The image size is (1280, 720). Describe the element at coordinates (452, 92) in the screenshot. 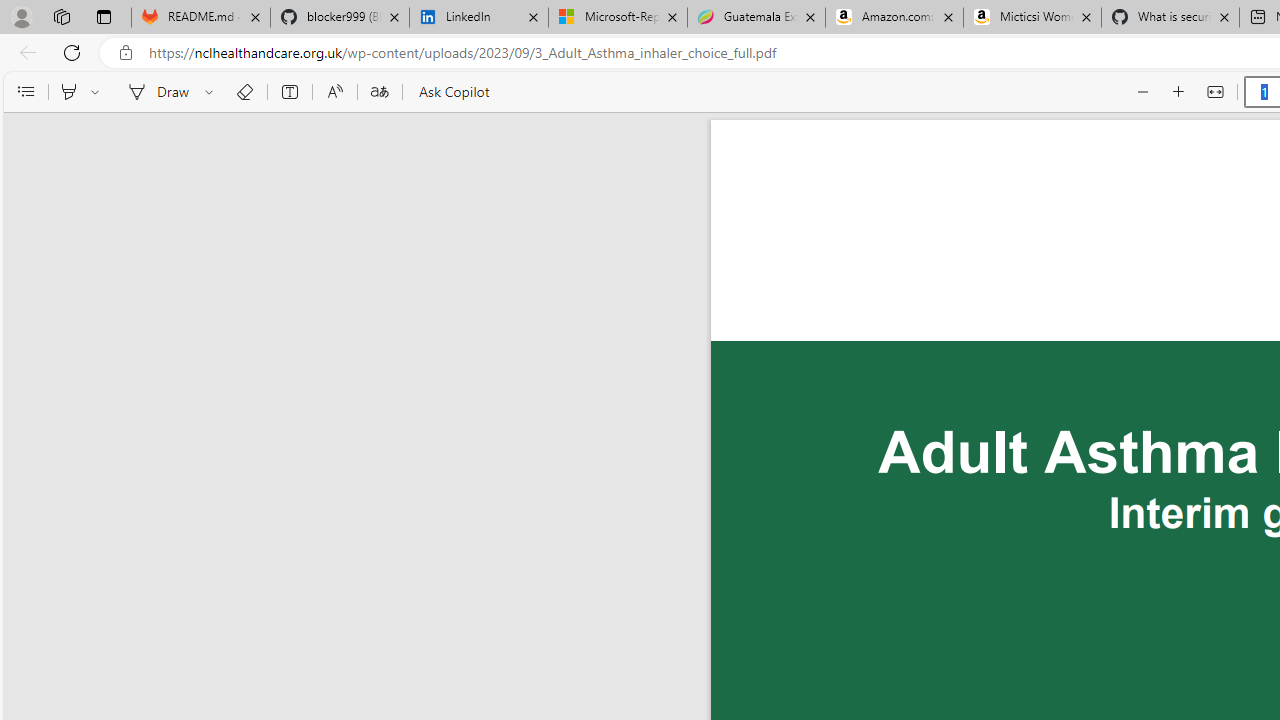

I see `'Ask Copilot'` at that location.